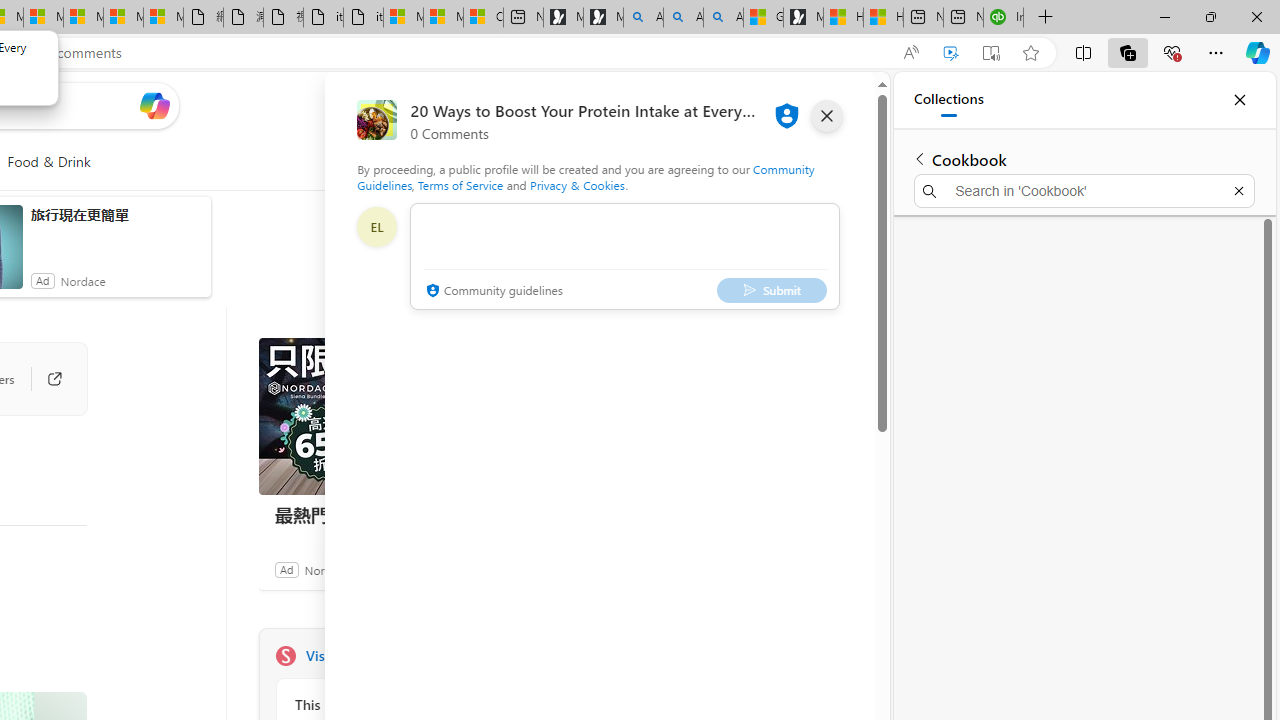 This screenshot has height=720, width=1280. Describe the element at coordinates (623, 255) in the screenshot. I see `'comment-box'` at that location.